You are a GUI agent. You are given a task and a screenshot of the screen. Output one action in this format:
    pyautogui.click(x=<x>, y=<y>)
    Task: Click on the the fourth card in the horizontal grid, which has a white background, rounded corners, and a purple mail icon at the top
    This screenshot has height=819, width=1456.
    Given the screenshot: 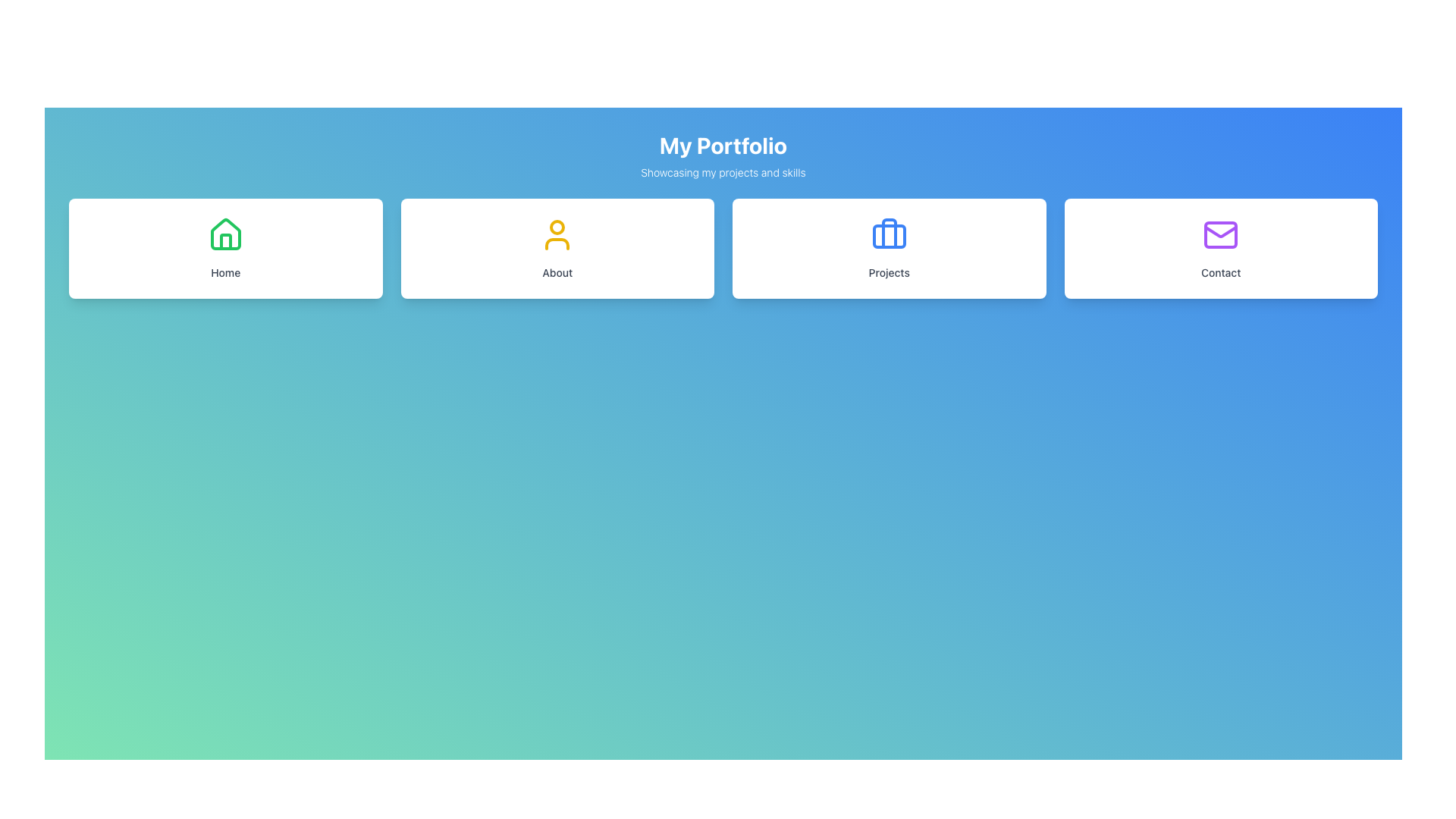 What is the action you would take?
    pyautogui.click(x=1221, y=247)
    